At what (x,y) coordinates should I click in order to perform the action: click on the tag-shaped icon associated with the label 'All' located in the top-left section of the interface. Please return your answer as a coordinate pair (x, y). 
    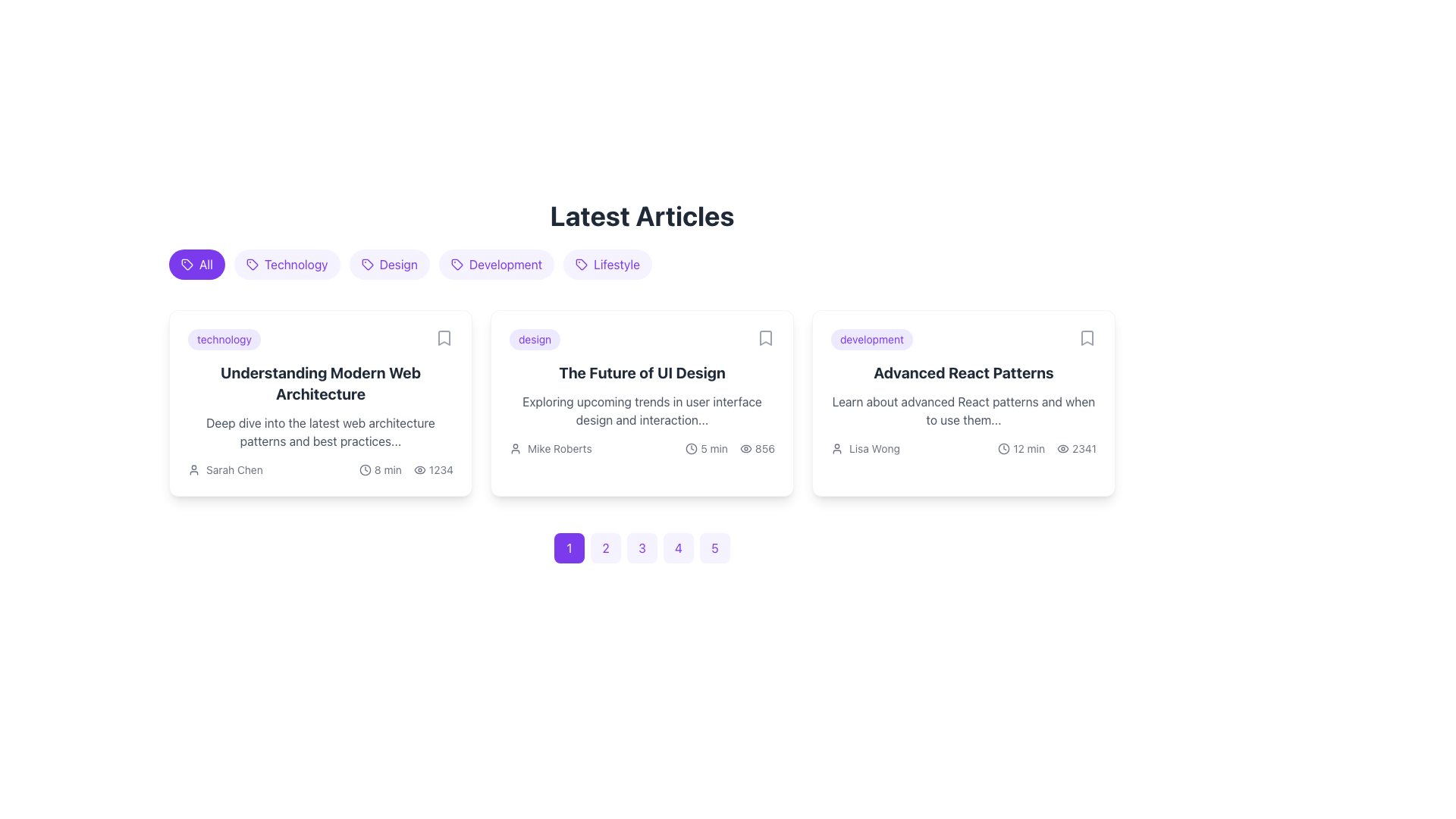
    Looking at the image, I should click on (186, 263).